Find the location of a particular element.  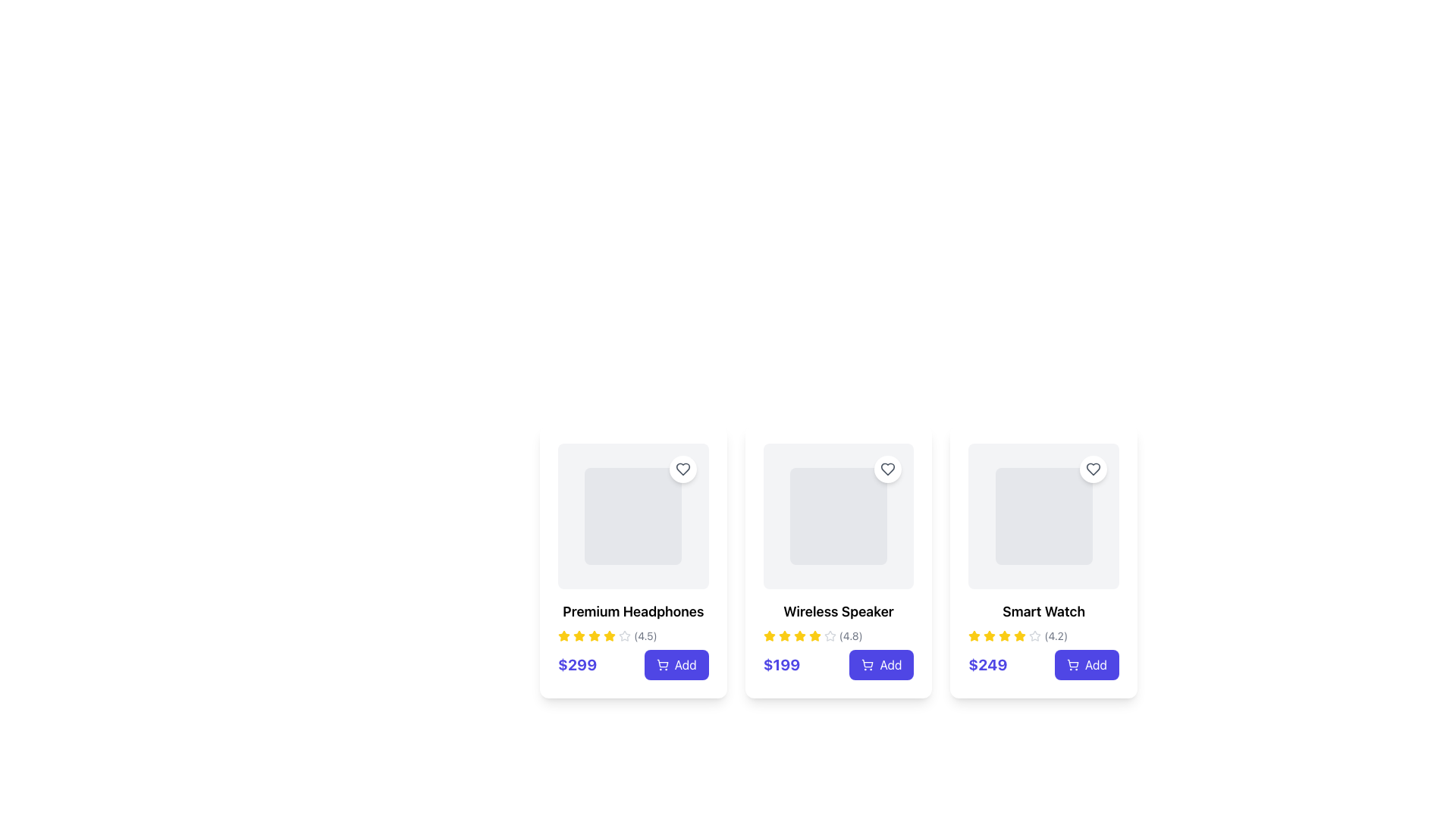

the indigo 'Add' button with a shopping cart icon in the product card for the 'Wireless Speaker' is located at coordinates (881, 664).